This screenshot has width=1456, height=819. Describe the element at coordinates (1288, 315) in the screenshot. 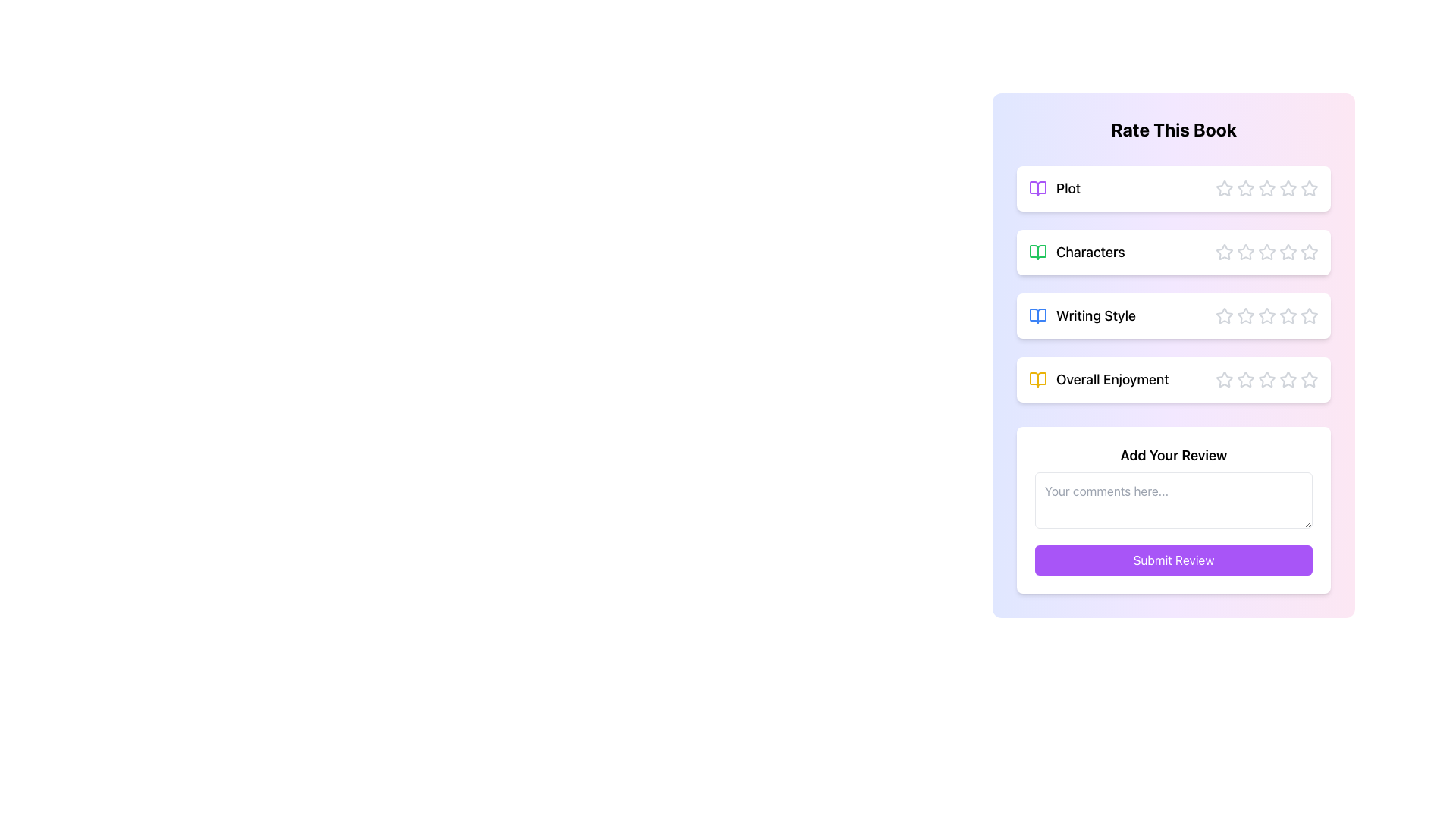

I see `the fifth star in the horizontal row for rating 'Writing Style' to rate it` at that location.